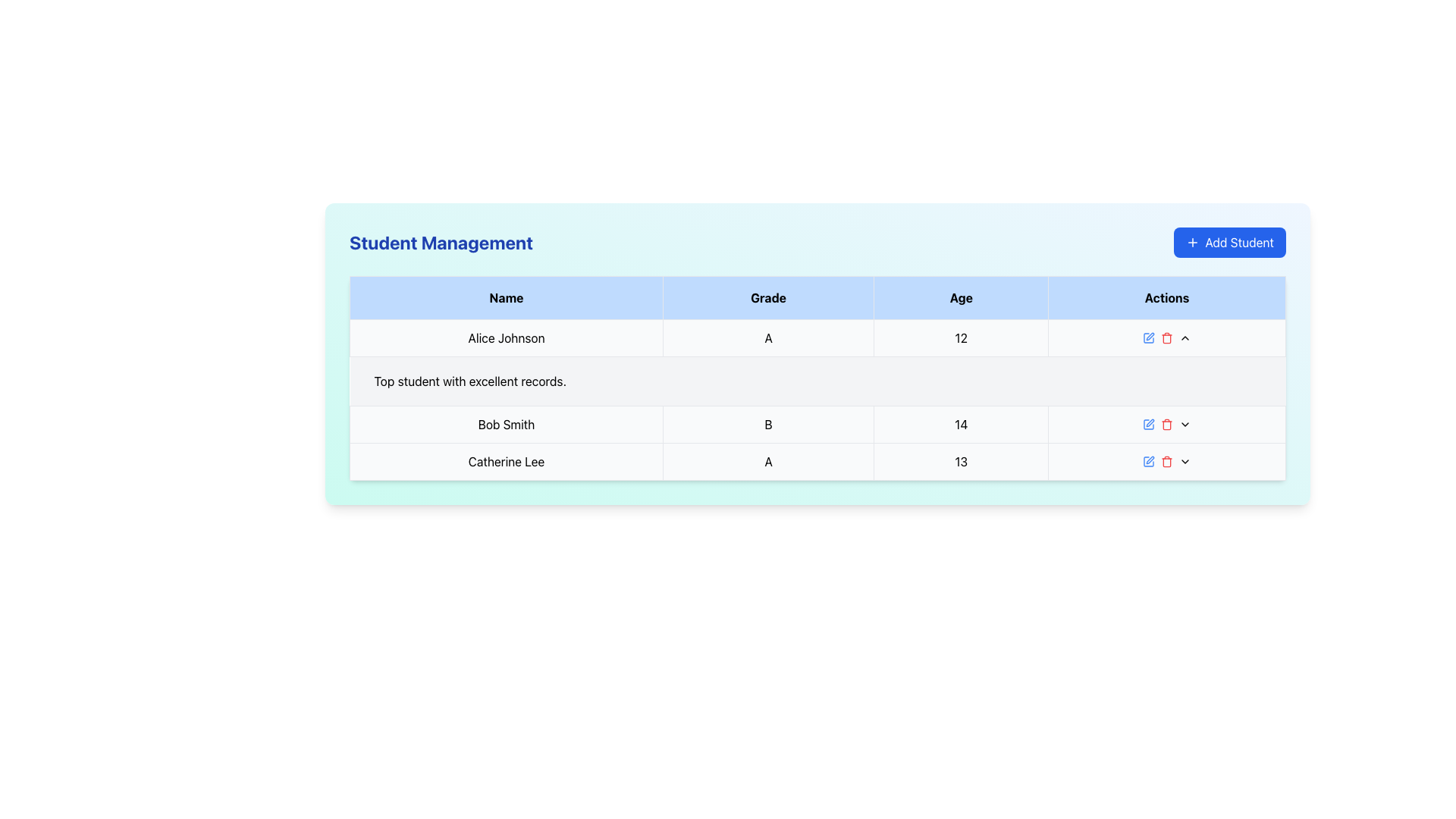 This screenshot has width=1456, height=819. I want to click on the Text Label displaying the name of an individual, so click(506, 461).